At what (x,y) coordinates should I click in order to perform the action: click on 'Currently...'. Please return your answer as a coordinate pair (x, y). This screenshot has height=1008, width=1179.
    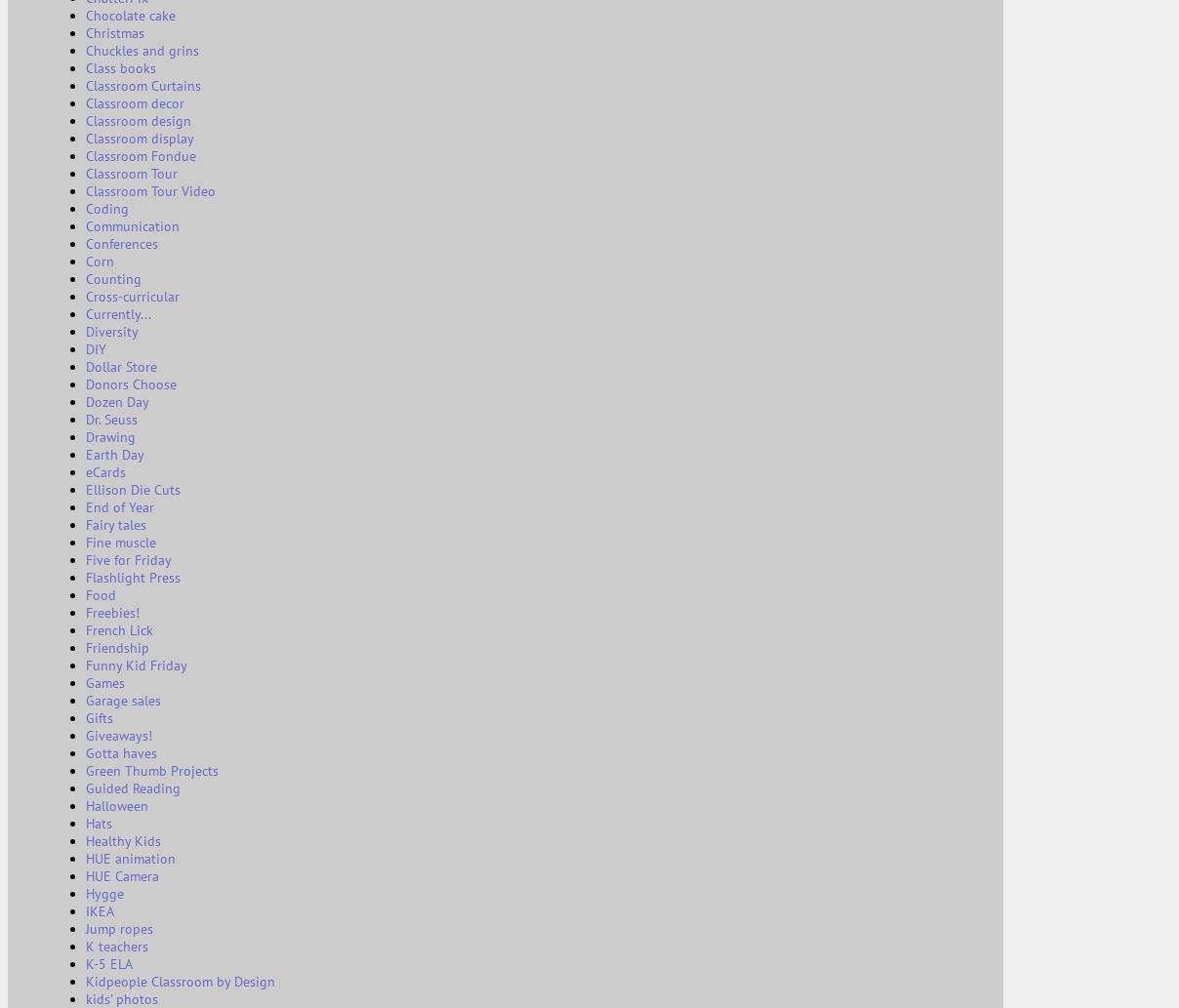
    Looking at the image, I should click on (117, 312).